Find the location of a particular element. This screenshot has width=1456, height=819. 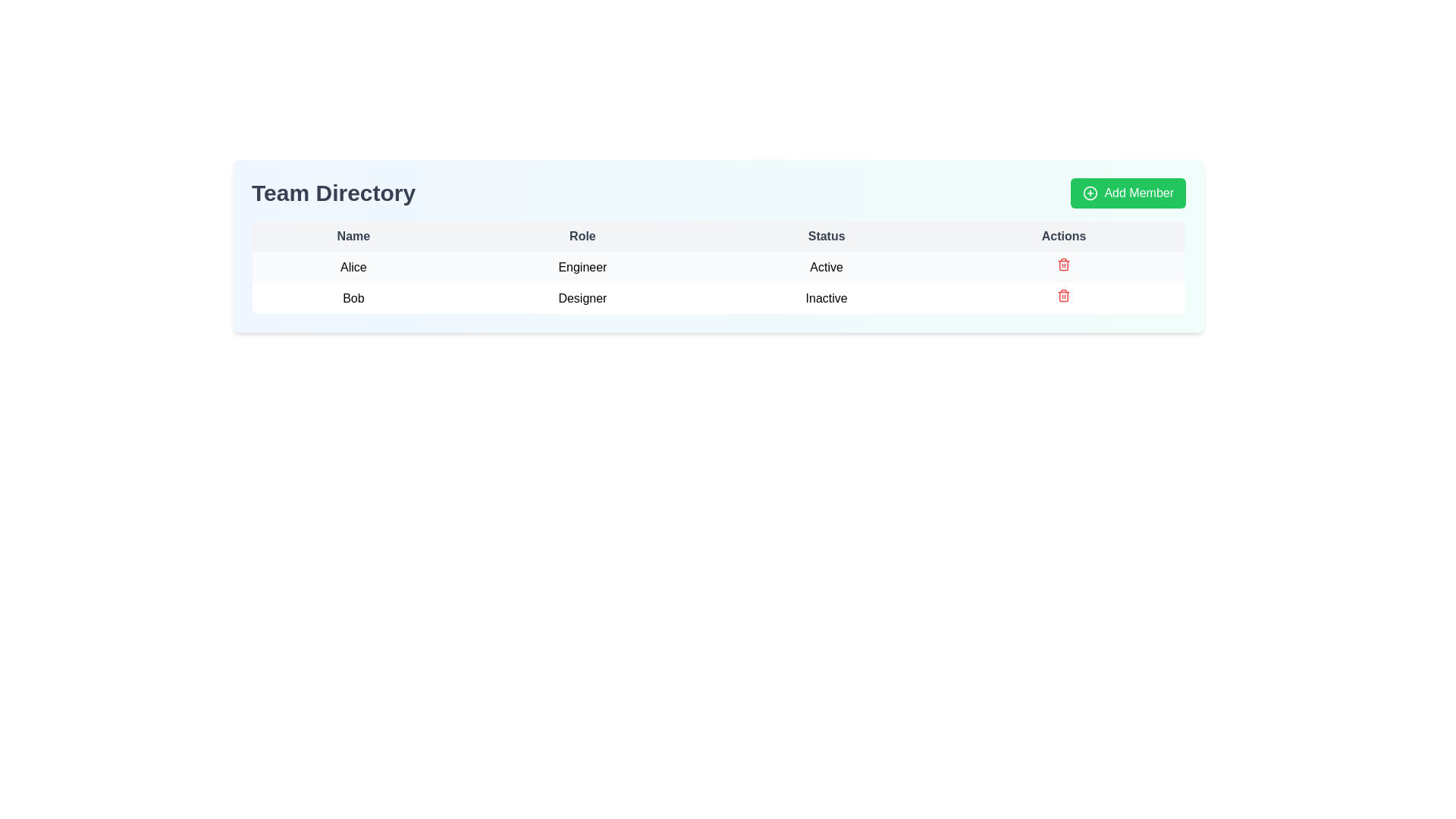

the SVG Circle element that is part of the 'Add Member' button, located in the top-right section of the page is located at coordinates (1090, 192).